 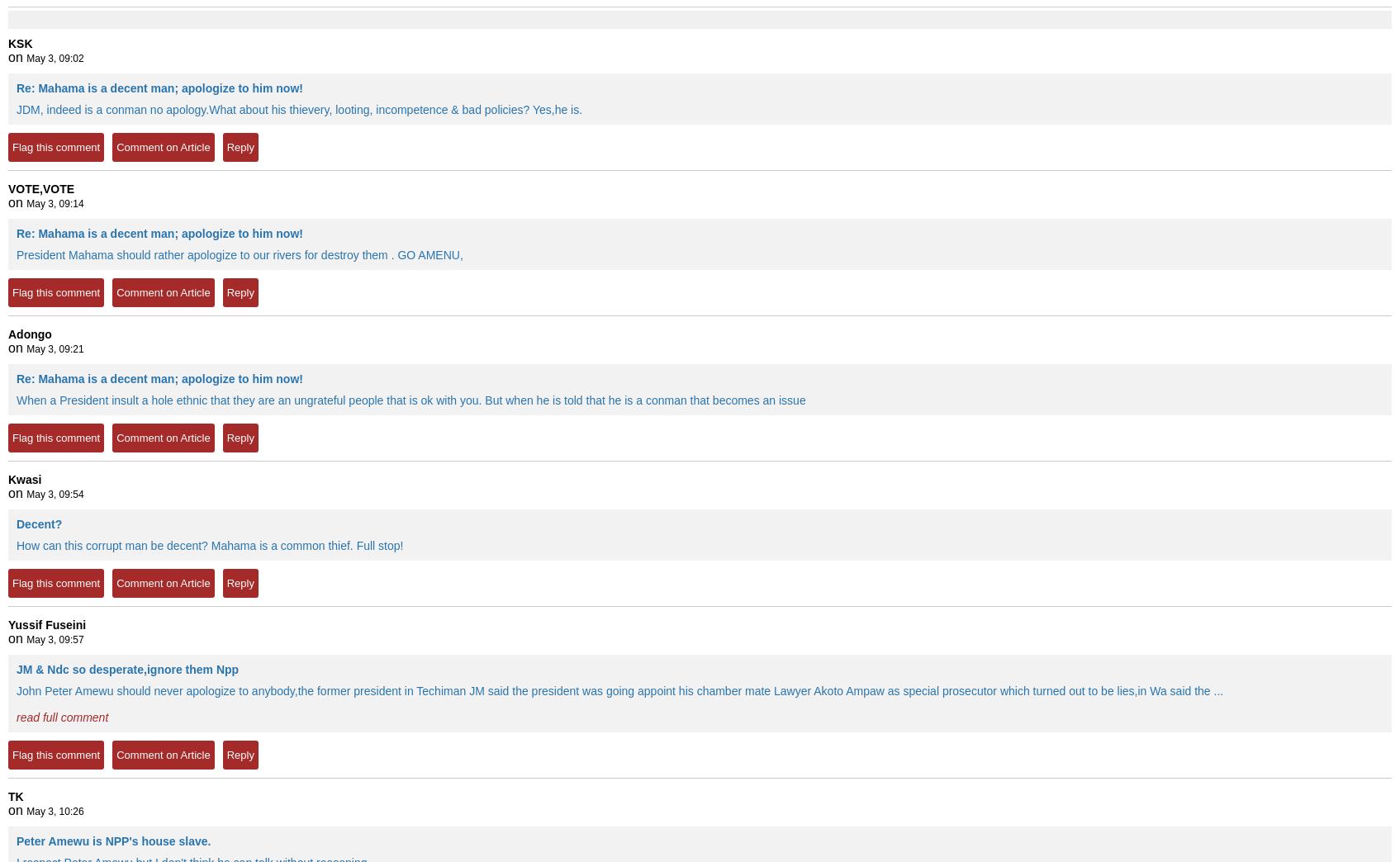 What do you see at coordinates (54, 495) in the screenshot?
I see `'May  3, 09:54'` at bounding box center [54, 495].